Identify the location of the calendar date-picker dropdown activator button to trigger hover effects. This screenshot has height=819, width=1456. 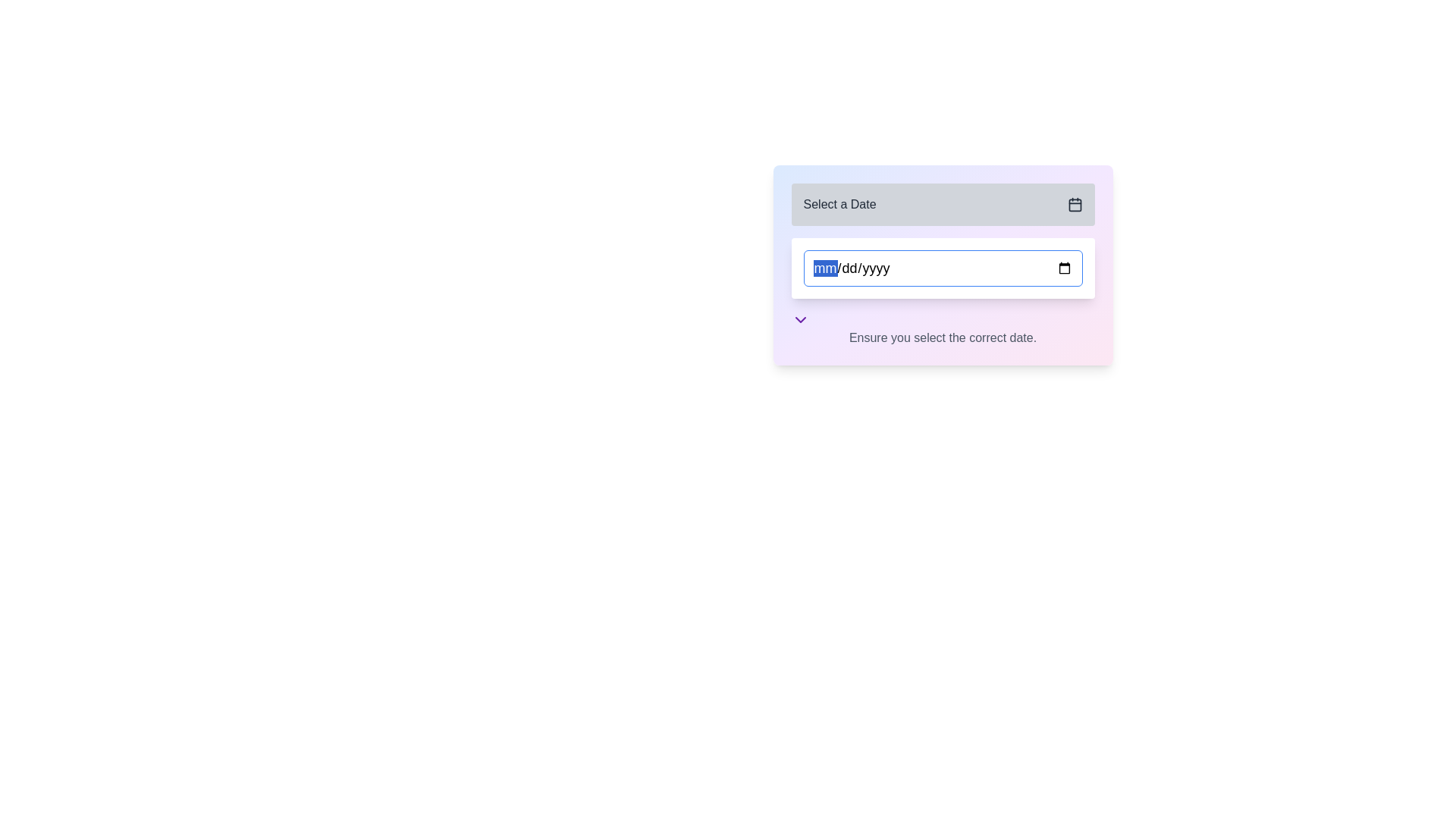
(942, 205).